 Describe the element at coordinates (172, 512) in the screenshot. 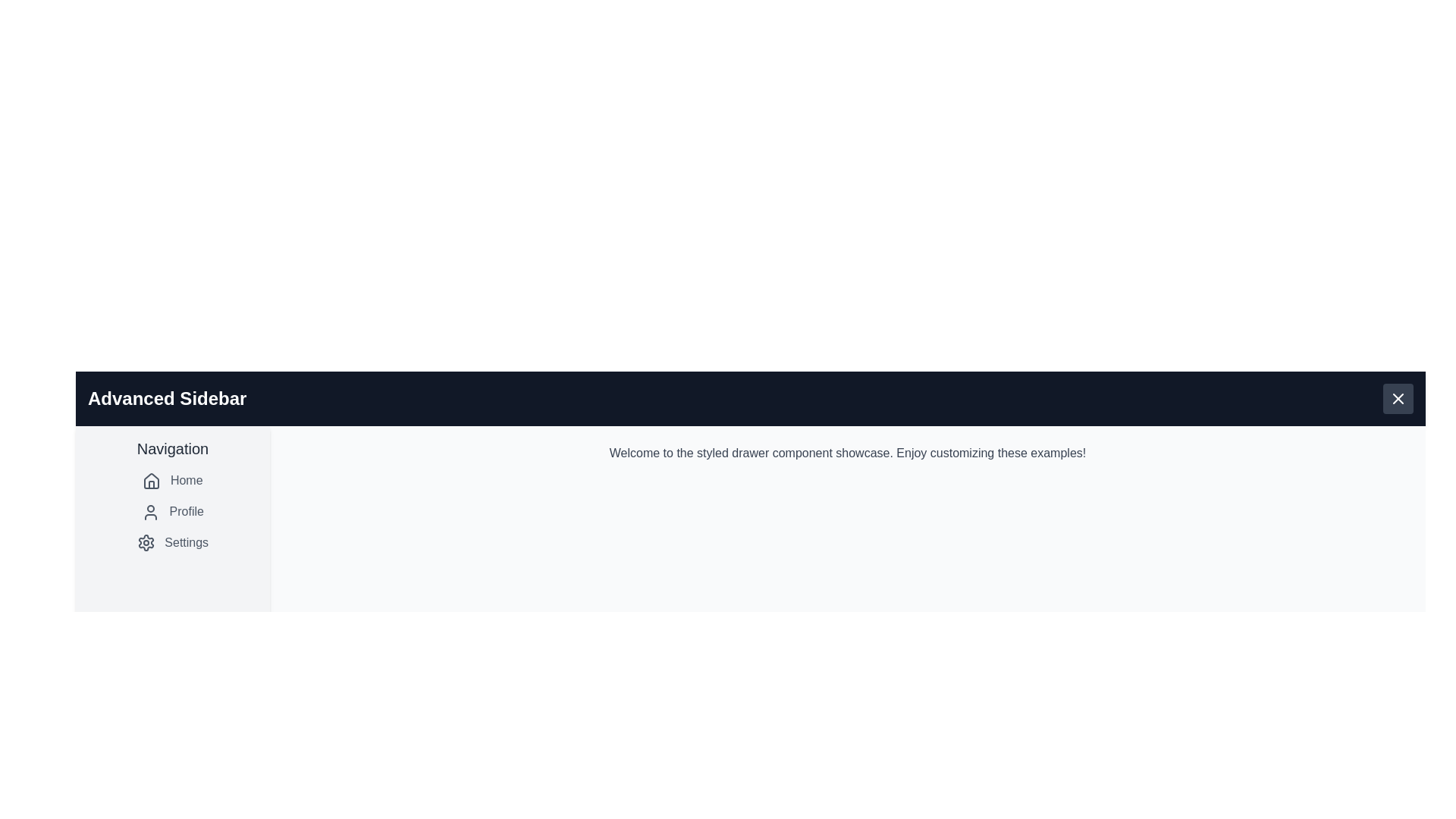

I see `the 'Profile' link in the vertical navigation menu located on the left sidebar` at that location.